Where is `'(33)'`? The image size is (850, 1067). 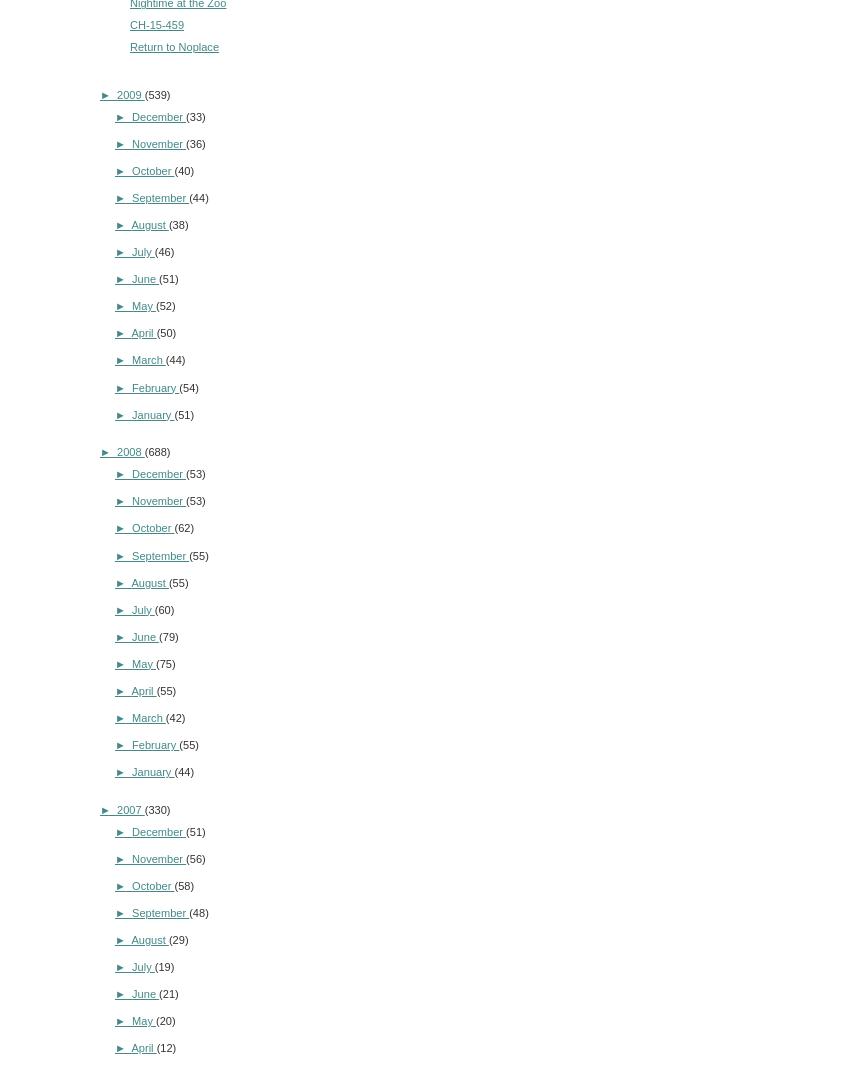
'(33)' is located at coordinates (194, 114).